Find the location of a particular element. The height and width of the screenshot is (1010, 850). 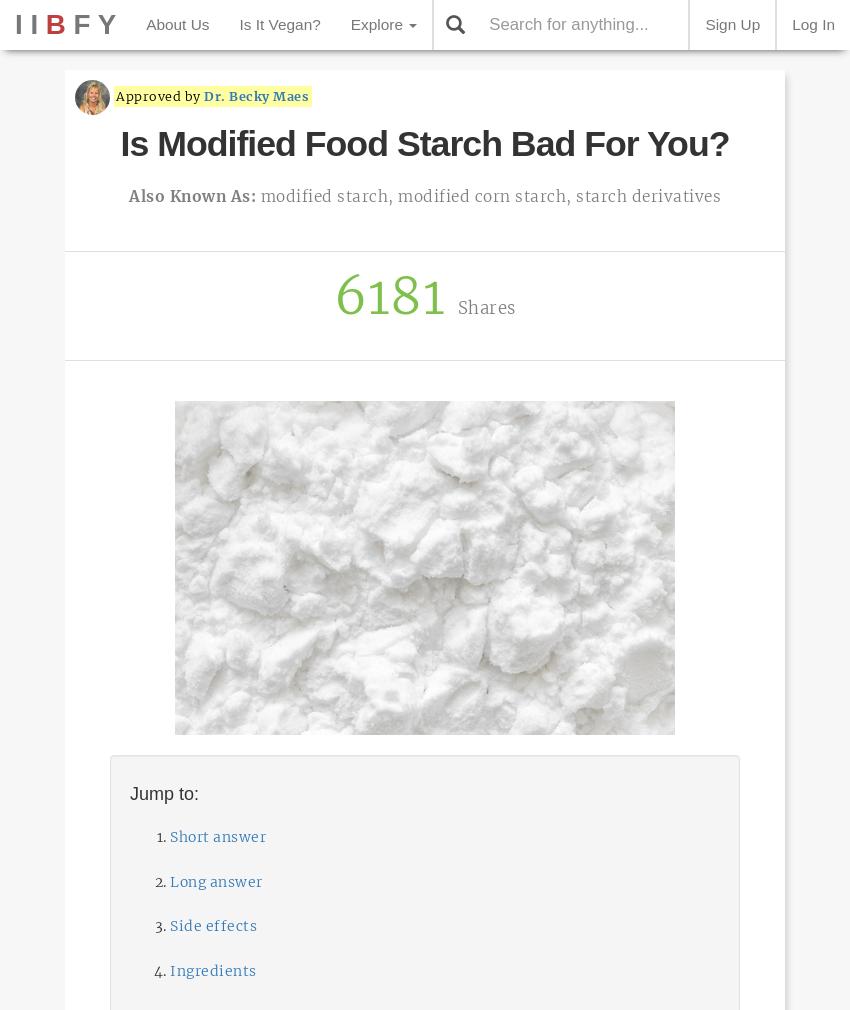

'Short answer' is located at coordinates (218, 836).